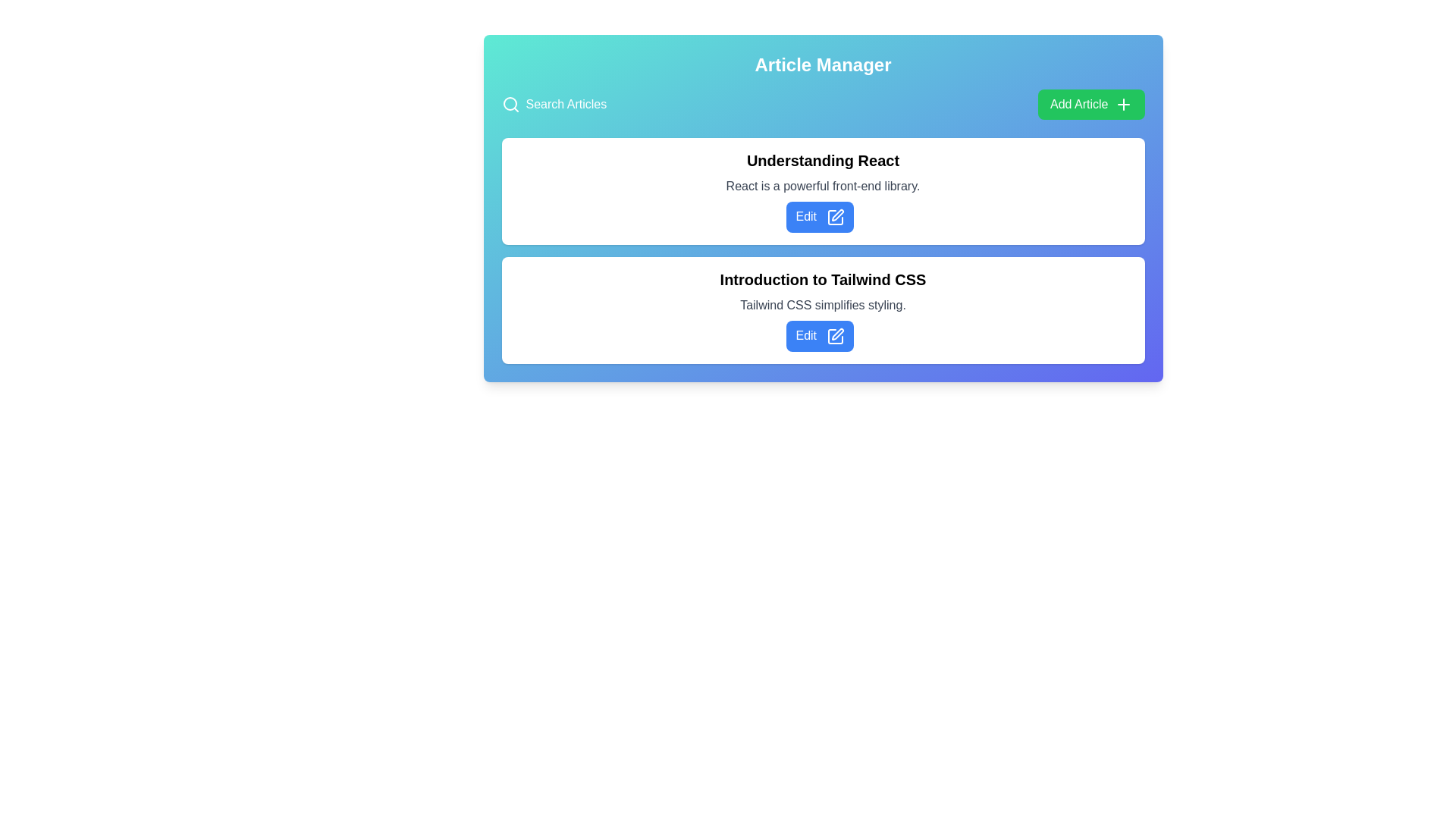  What do you see at coordinates (834, 217) in the screenshot?
I see `the edit icon resembling a pen inside a square with a blue border and white background, located to the immediate right of the blue 'Edit' button in the second article summary card below the 'Understanding React' card` at bounding box center [834, 217].